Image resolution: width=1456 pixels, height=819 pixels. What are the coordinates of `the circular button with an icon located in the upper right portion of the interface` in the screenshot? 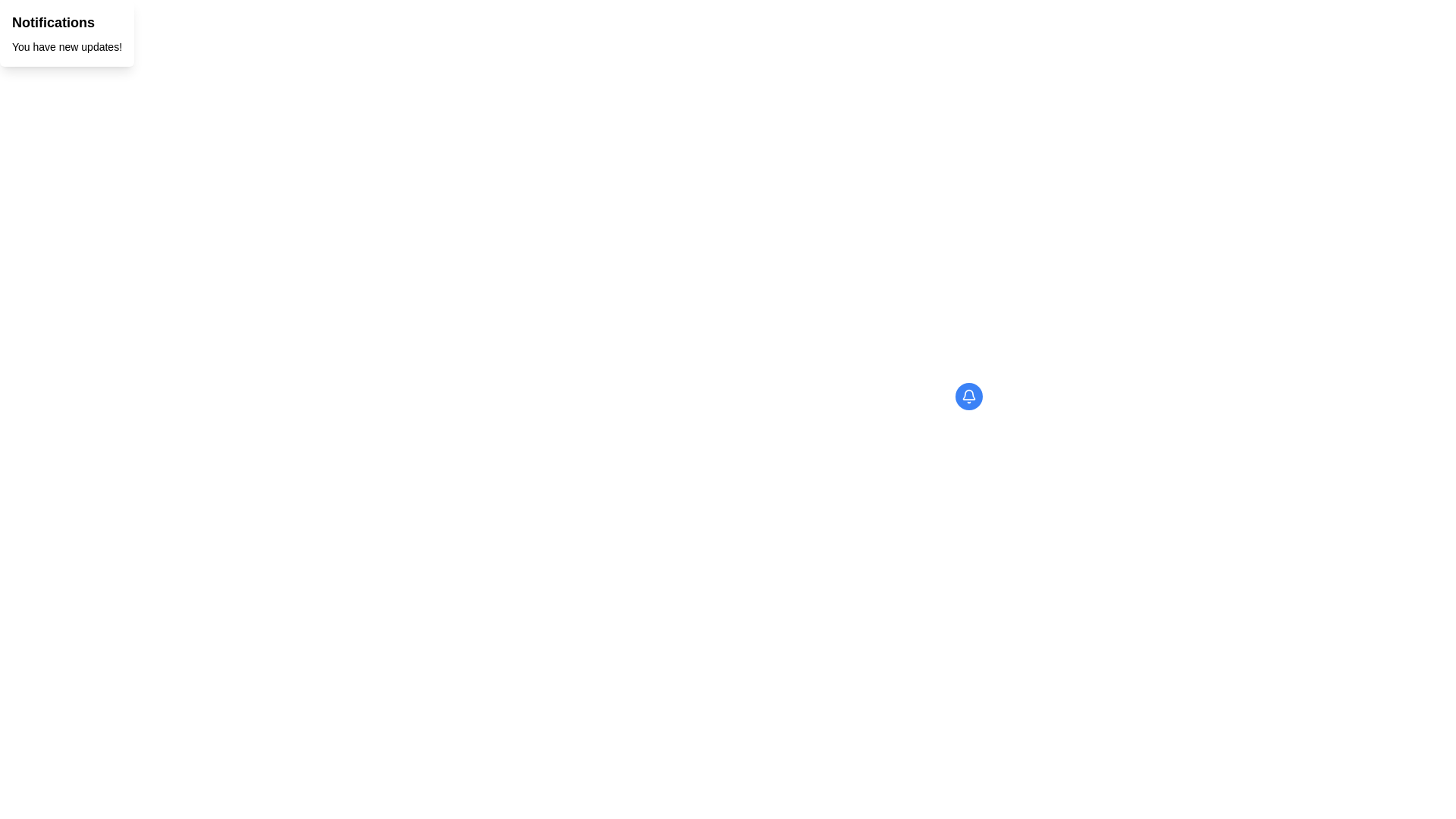 It's located at (968, 396).